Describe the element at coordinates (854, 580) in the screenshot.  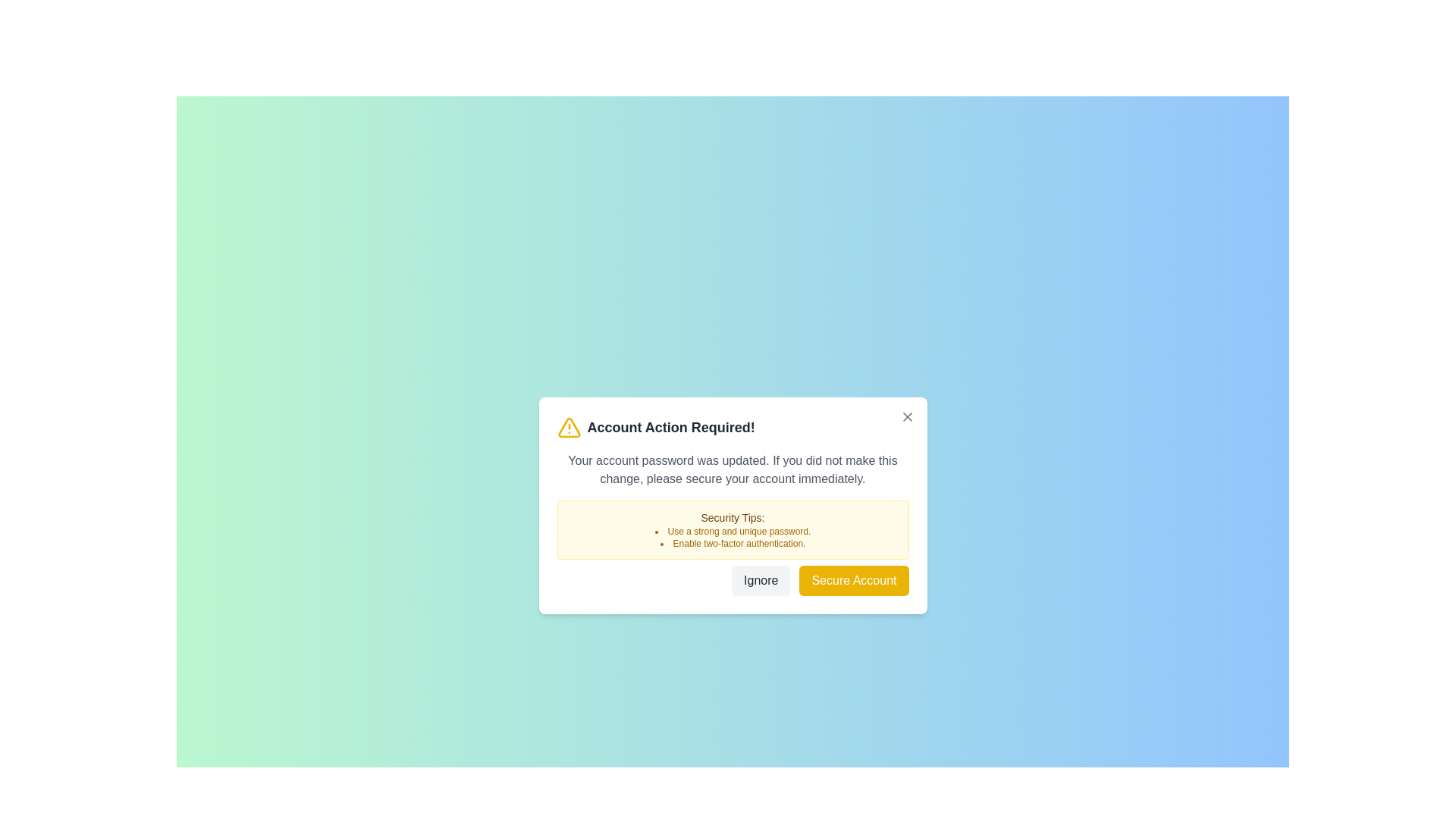
I see `the 'Secure Account' button` at that location.